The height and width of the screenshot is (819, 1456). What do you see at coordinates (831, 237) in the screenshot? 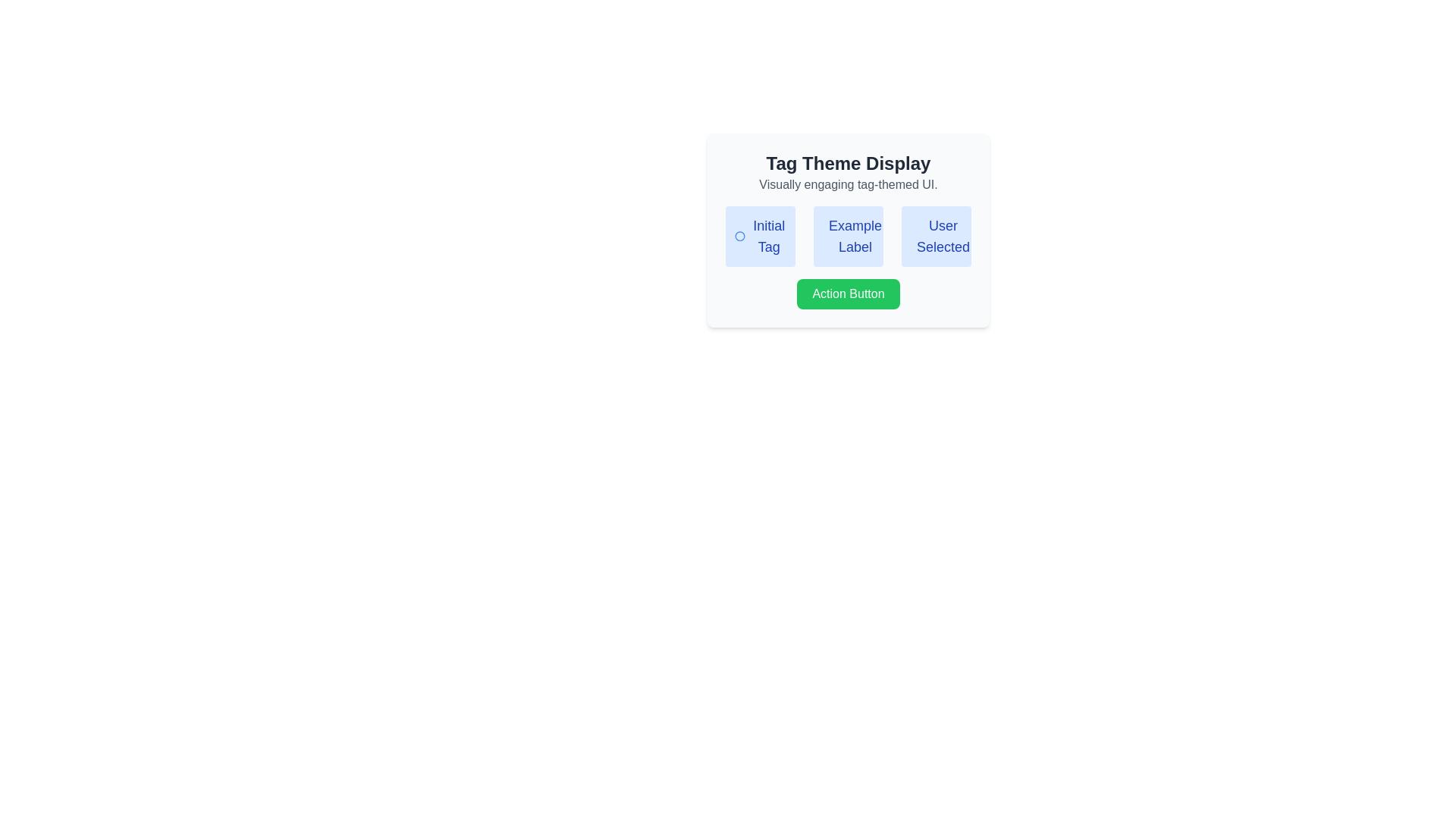
I see `the circular graphical element with a blue outline, which is centered on the light blue button labeled 'Example Label' in the three-button group under 'Tag Theme Display'` at bounding box center [831, 237].